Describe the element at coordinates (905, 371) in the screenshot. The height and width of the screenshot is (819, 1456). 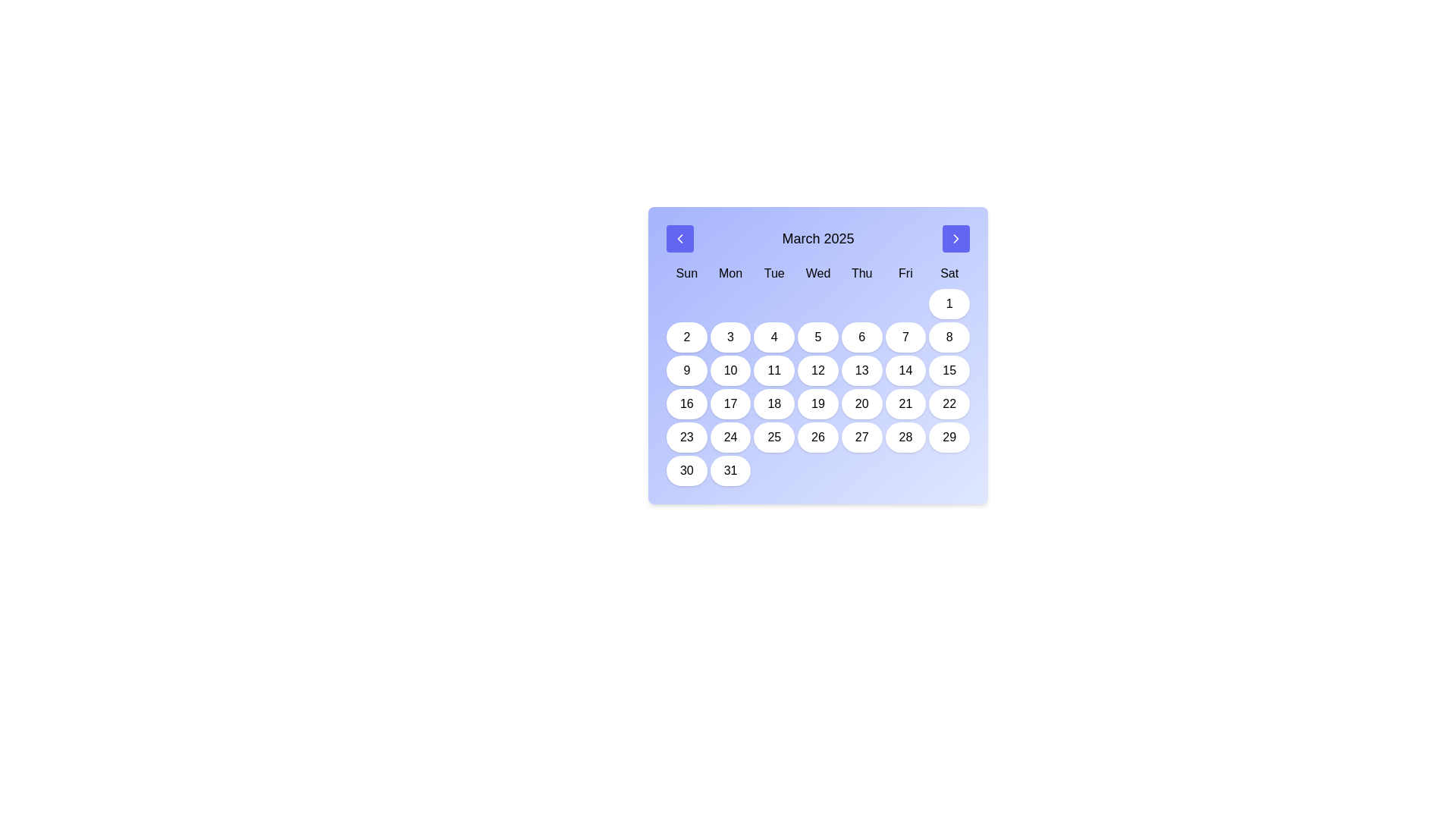
I see `the button for selecting the date '14' in the calendar interface` at that location.